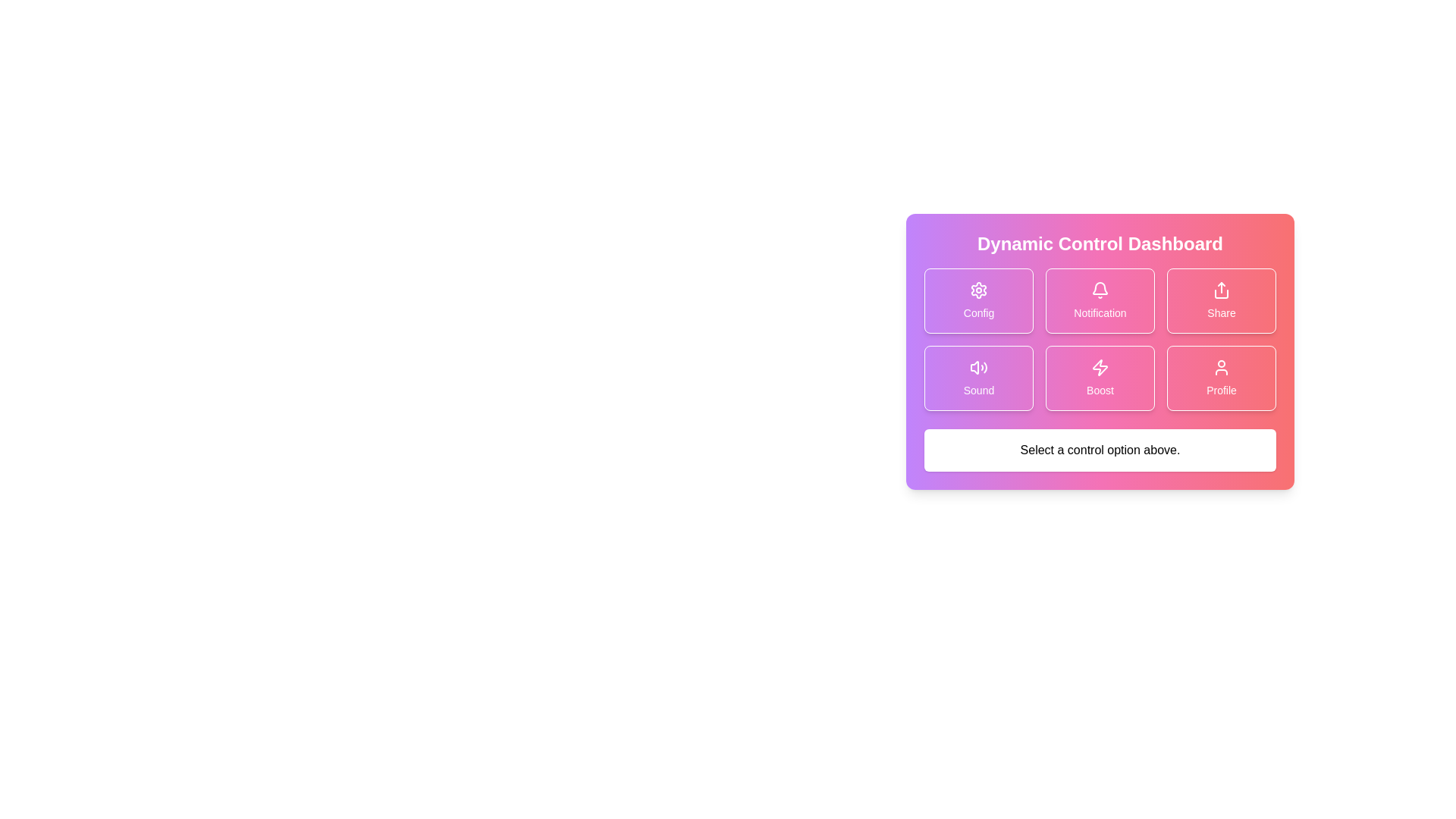 The width and height of the screenshot is (1456, 819). What do you see at coordinates (1100, 288) in the screenshot?
I see `the top portion of the bell icon, which is styled with an outline and located within the pink 'Notification' button` at bounding box center [1100, 288].